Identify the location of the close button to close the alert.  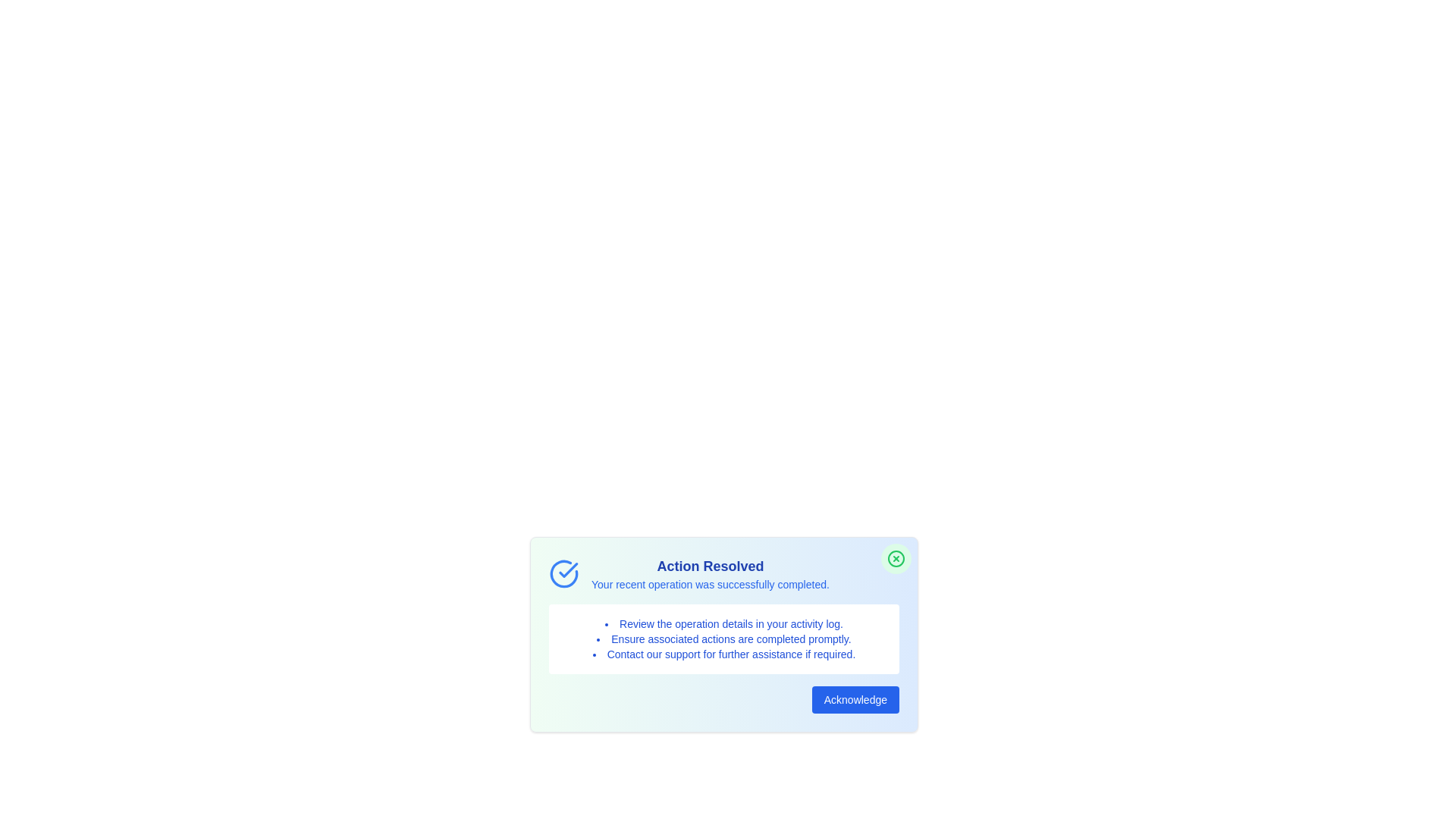
(896, 558).